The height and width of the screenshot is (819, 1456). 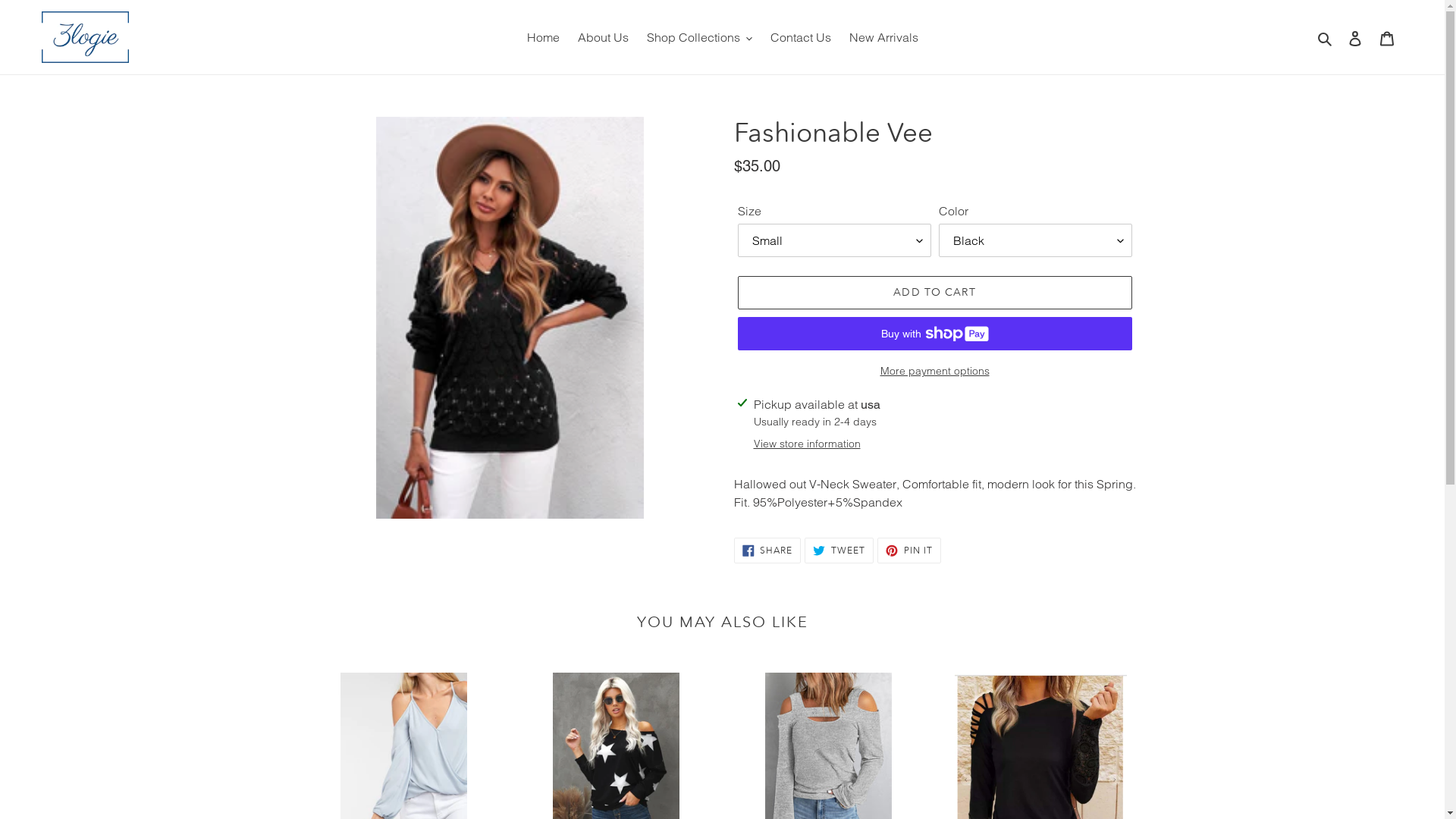 I want to click on 'Home', so click(x=542, y=36).